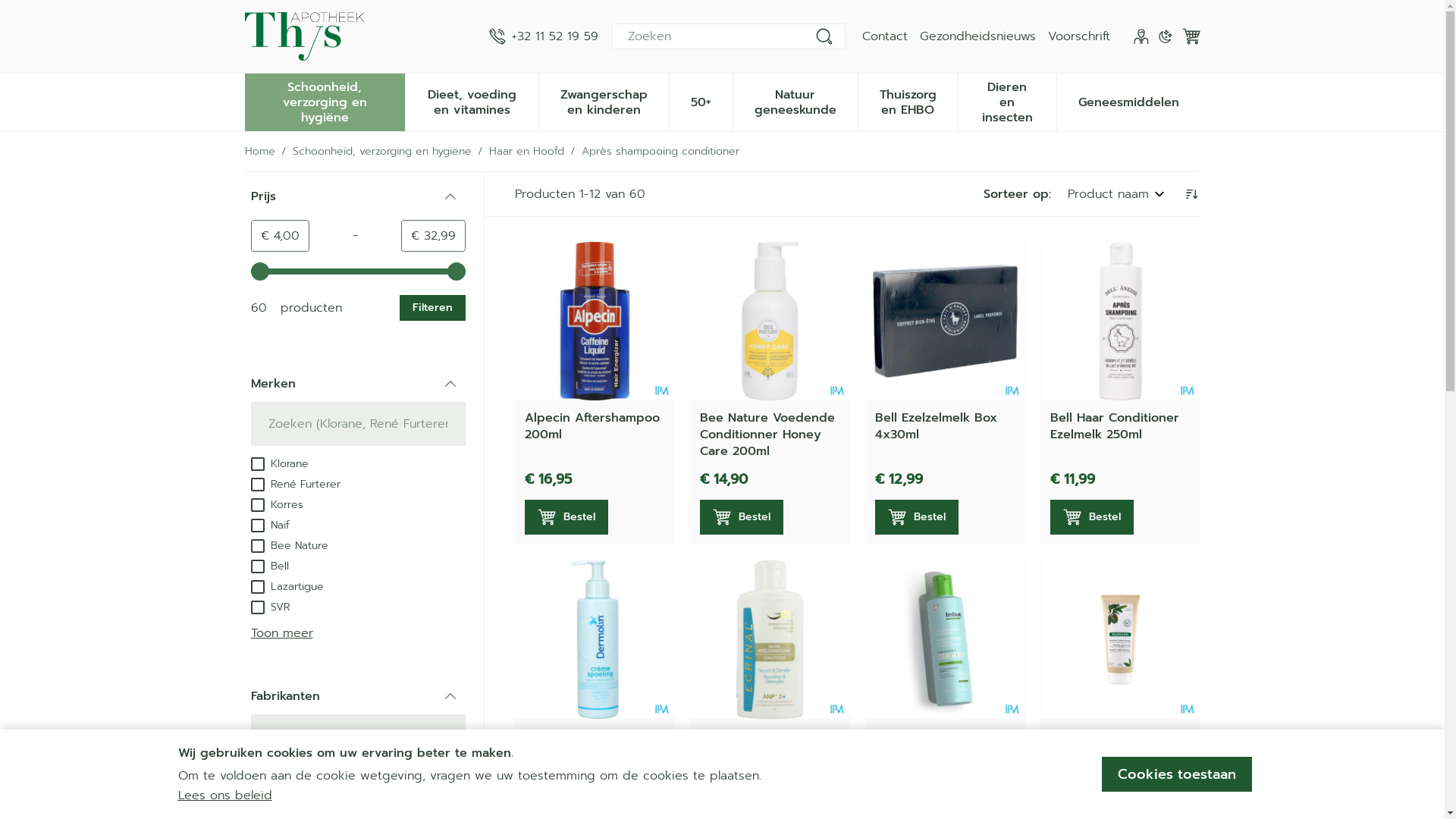  I want to click on 'Donkere modus', so click(1164, 35).